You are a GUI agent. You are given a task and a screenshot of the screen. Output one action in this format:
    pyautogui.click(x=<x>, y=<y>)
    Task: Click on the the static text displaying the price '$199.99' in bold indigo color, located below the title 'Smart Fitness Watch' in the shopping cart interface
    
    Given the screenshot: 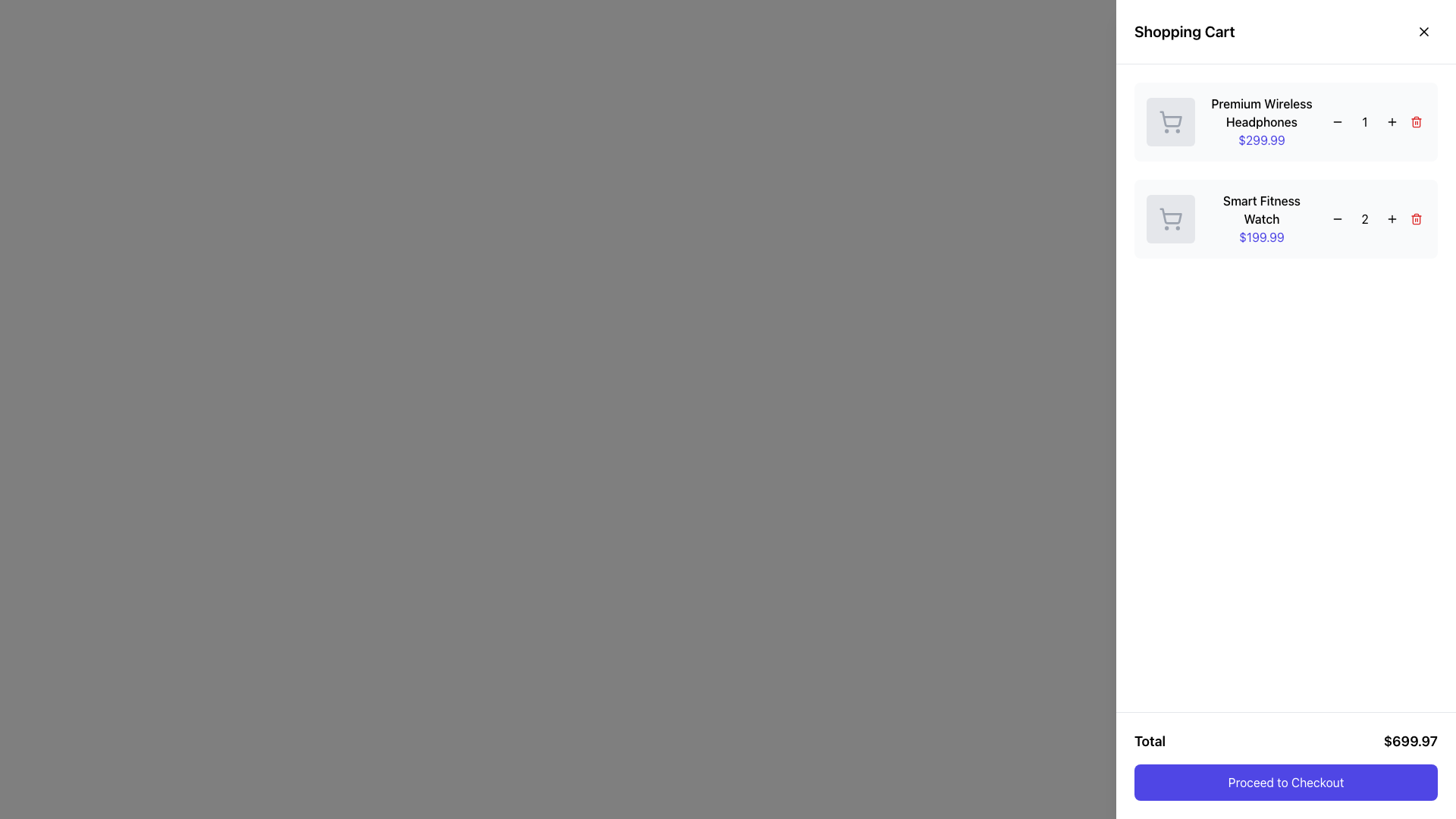 What is the action you would take?
    pyautogui.click(x=1262, y=237)
    